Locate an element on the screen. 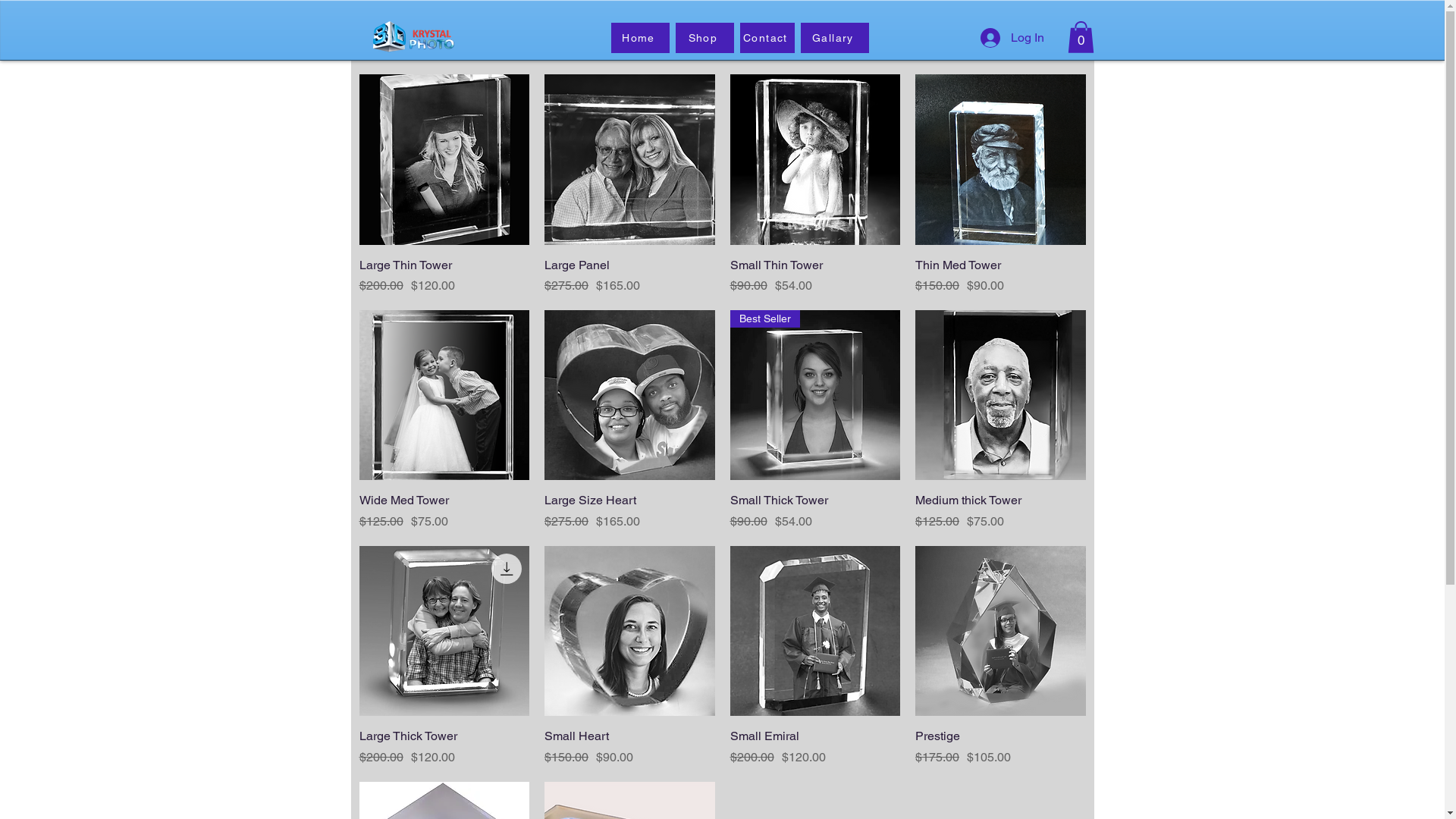  'Small Thick Tower is located at coordinates (814, 511).